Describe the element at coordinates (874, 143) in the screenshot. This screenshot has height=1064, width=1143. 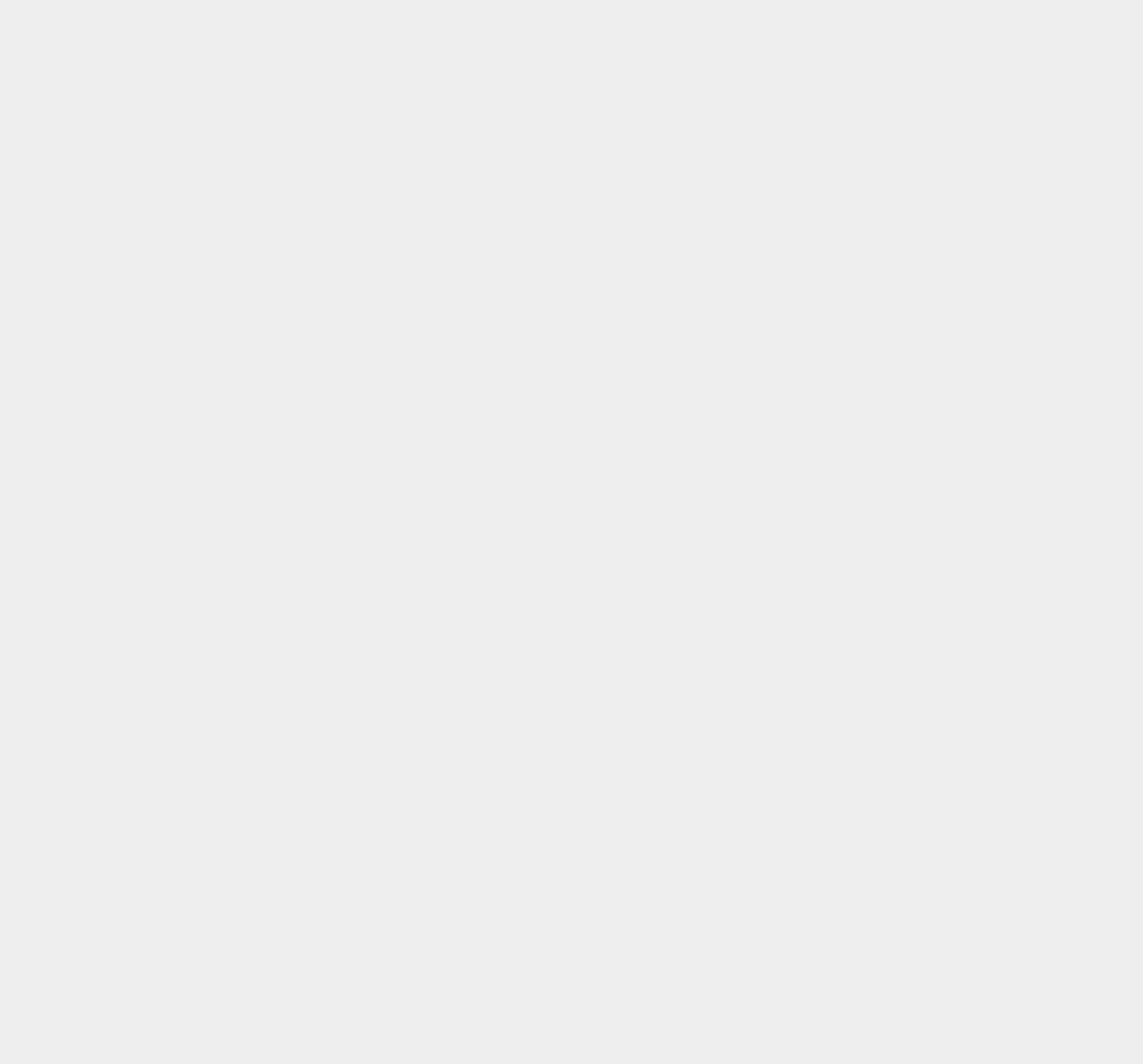
I see `'Windows Server 2012'` at that location.